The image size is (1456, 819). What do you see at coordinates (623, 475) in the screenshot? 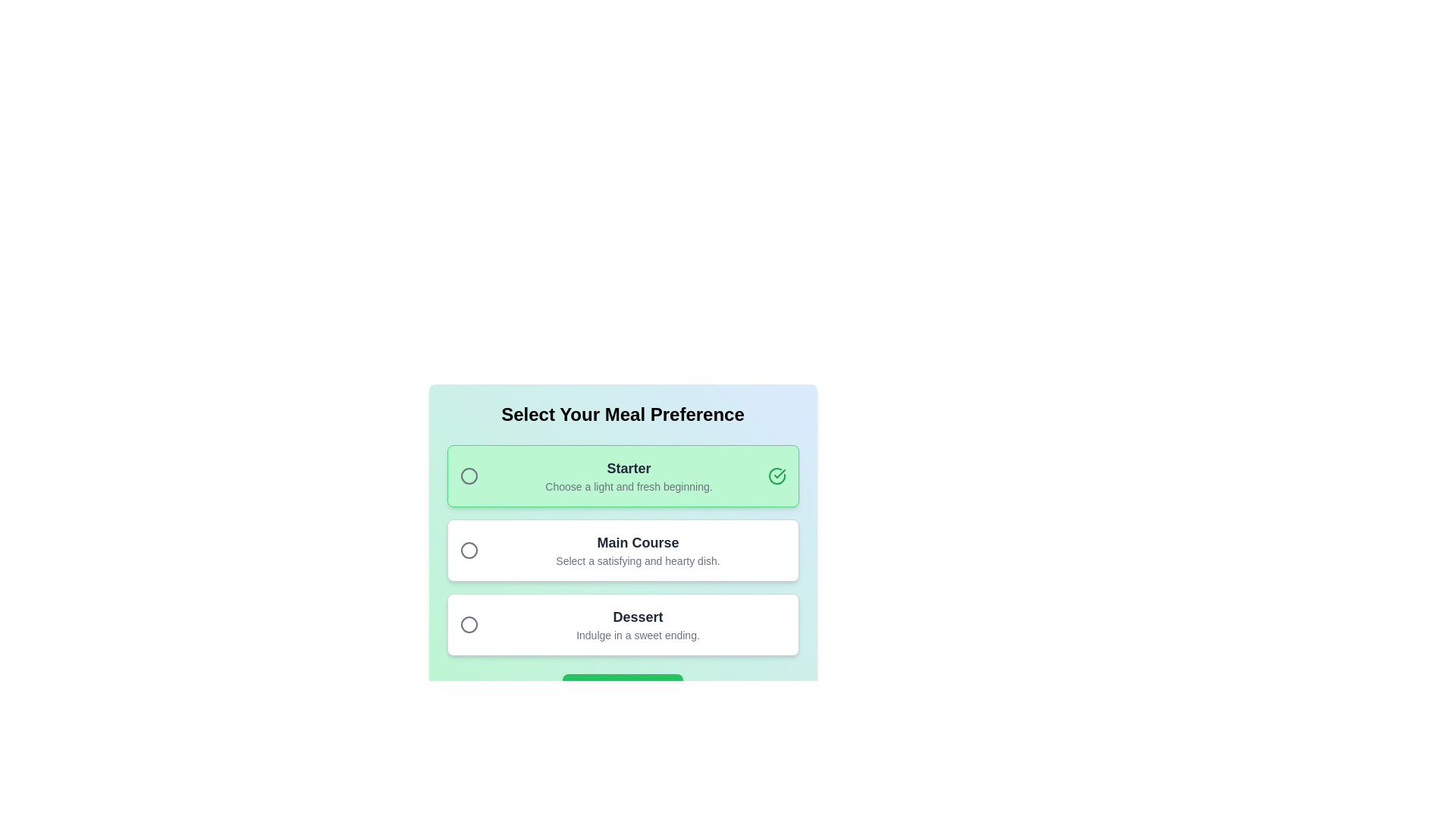
I see `the first selection card in the meal options list` at bounding box center [623, 475].